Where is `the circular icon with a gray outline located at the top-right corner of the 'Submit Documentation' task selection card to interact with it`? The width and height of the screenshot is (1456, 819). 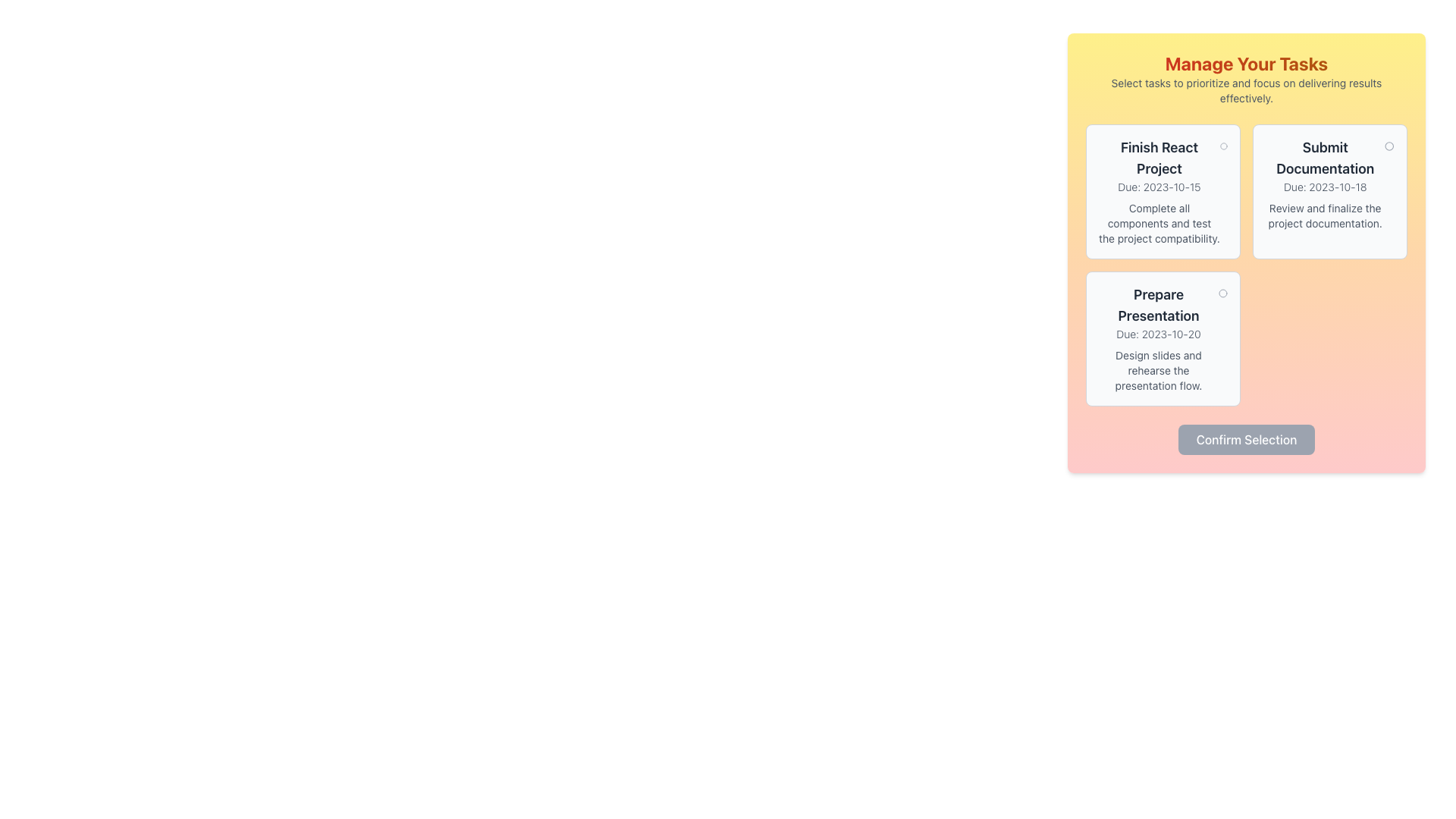
the circular icon with a gray outline located at the top-right corner of the 'Submit Documentation' task selection card to interact with it is located at coordinates (1389, 146).